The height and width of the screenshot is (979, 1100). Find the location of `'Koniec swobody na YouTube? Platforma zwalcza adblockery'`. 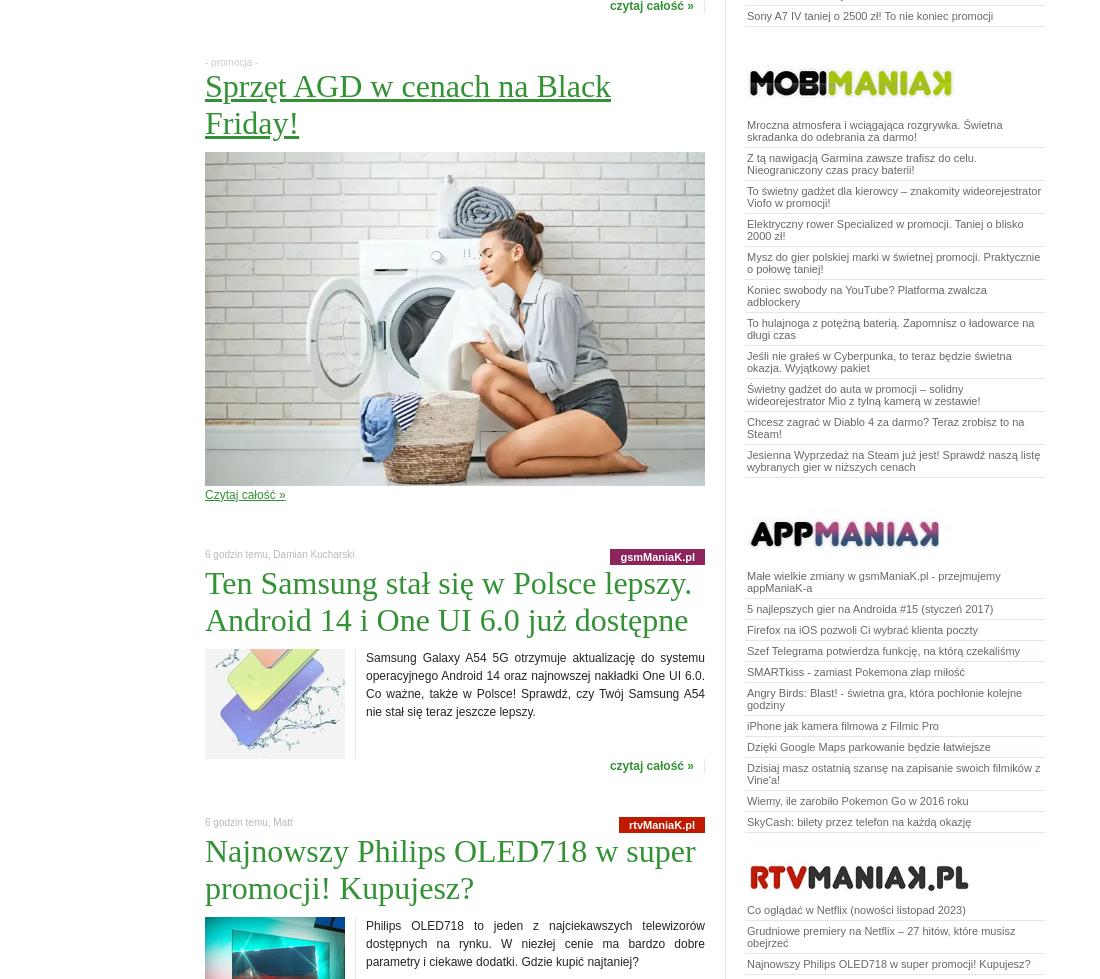

'Koniec swobody na YouTube? Platforma zwalcza adblockery' is located at coordinates (865, 295).